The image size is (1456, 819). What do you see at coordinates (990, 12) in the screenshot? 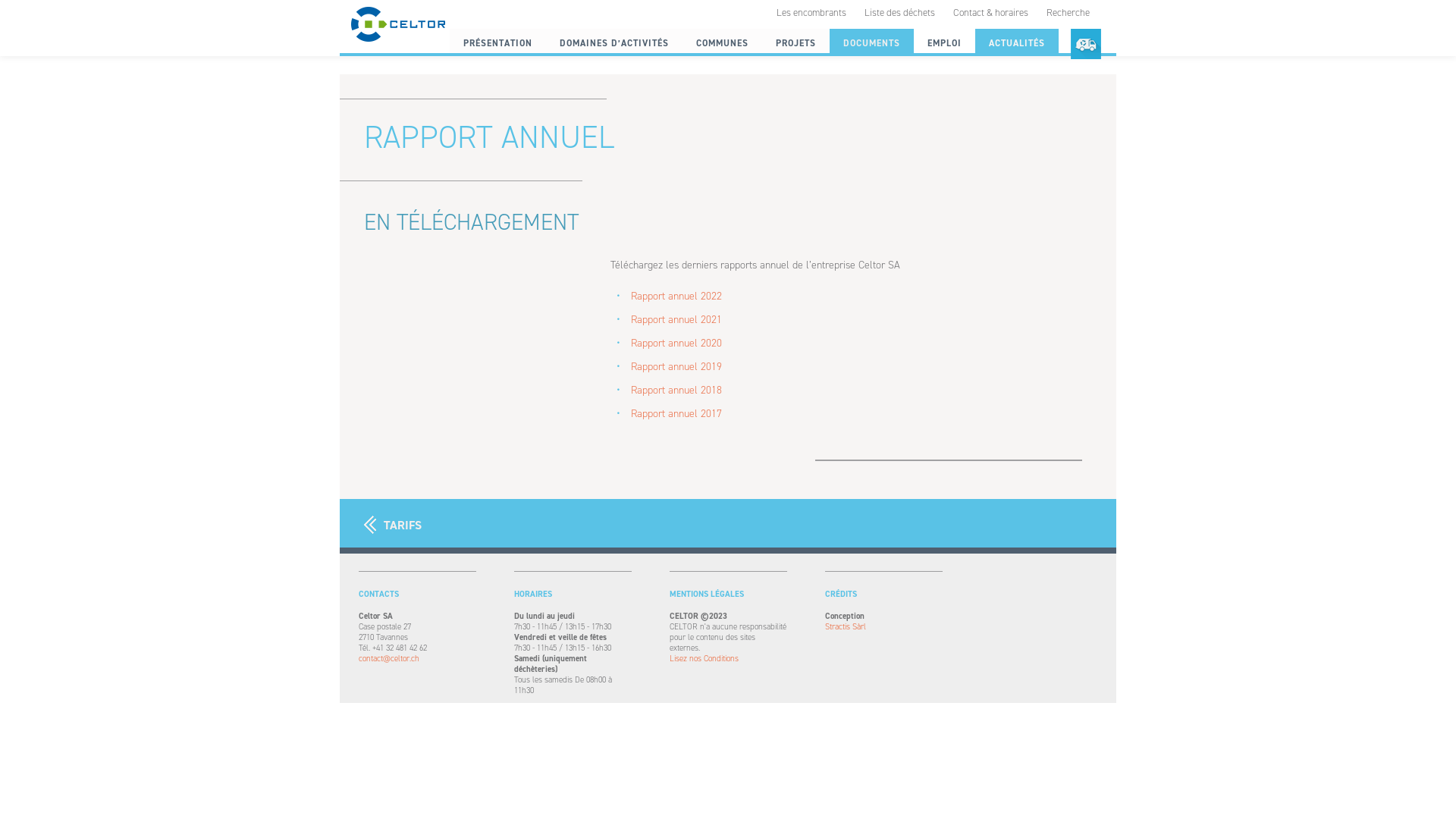
I see `'Contact & horaires'` at bounding box center [990, 12].